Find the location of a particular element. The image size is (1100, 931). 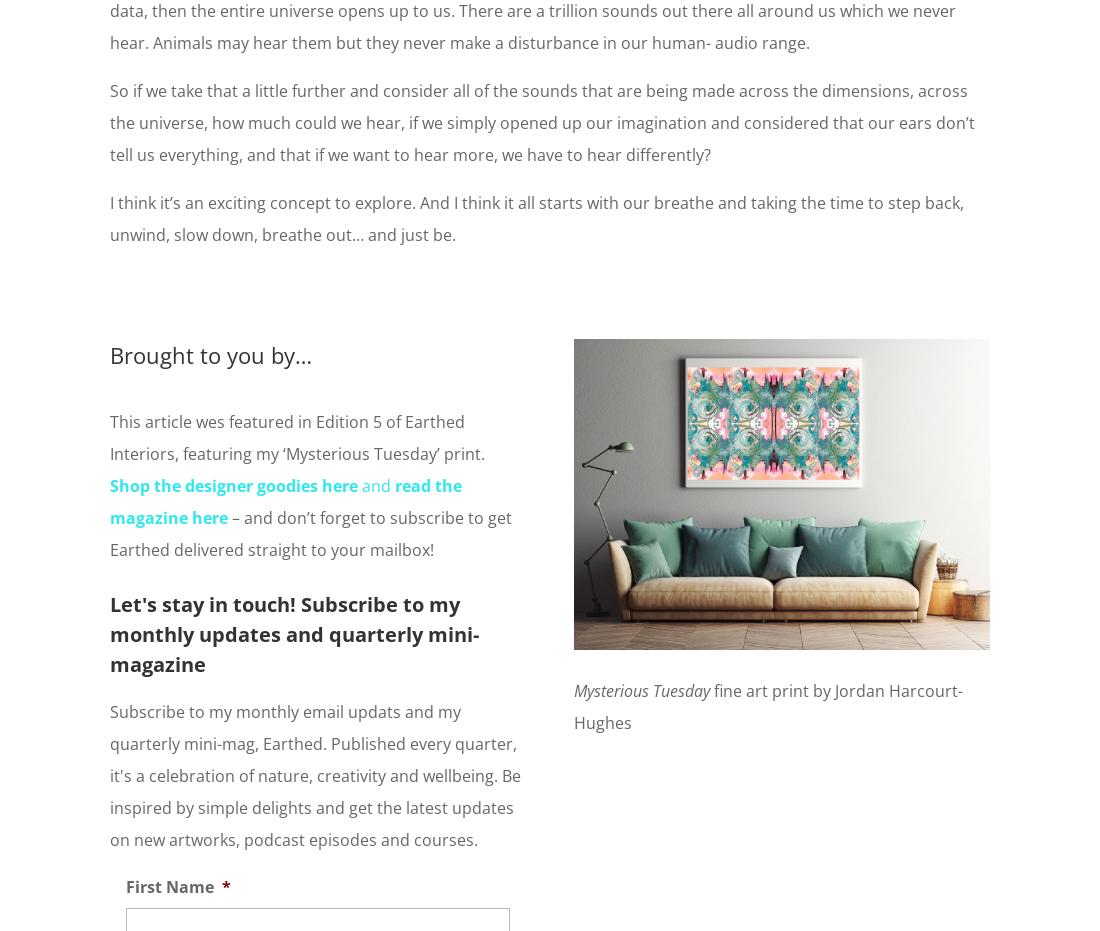

'and' is located at coordinates (376, 484).